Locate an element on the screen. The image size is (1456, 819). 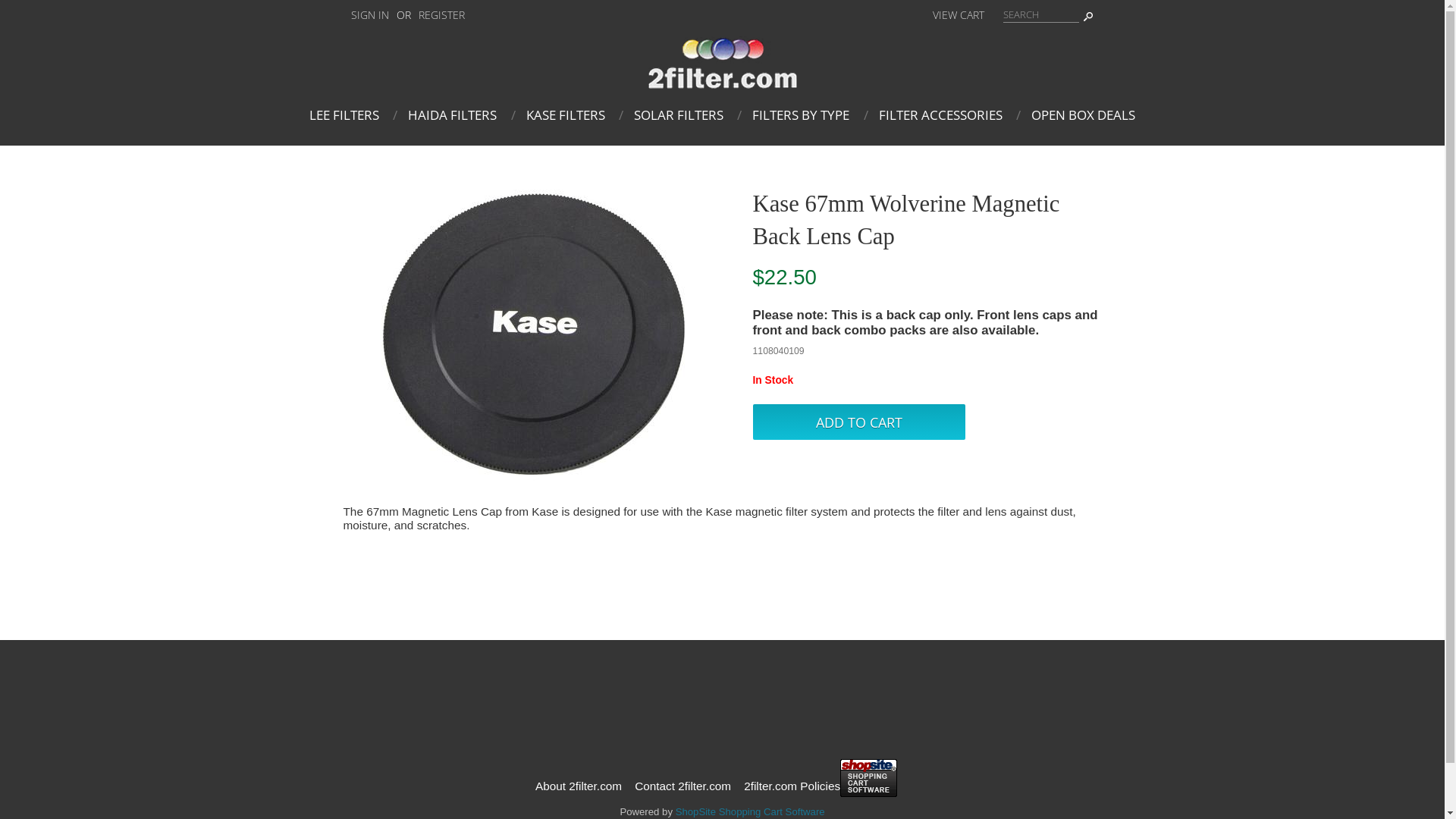
'SIGN IN' is located at coordinates (341, 14).